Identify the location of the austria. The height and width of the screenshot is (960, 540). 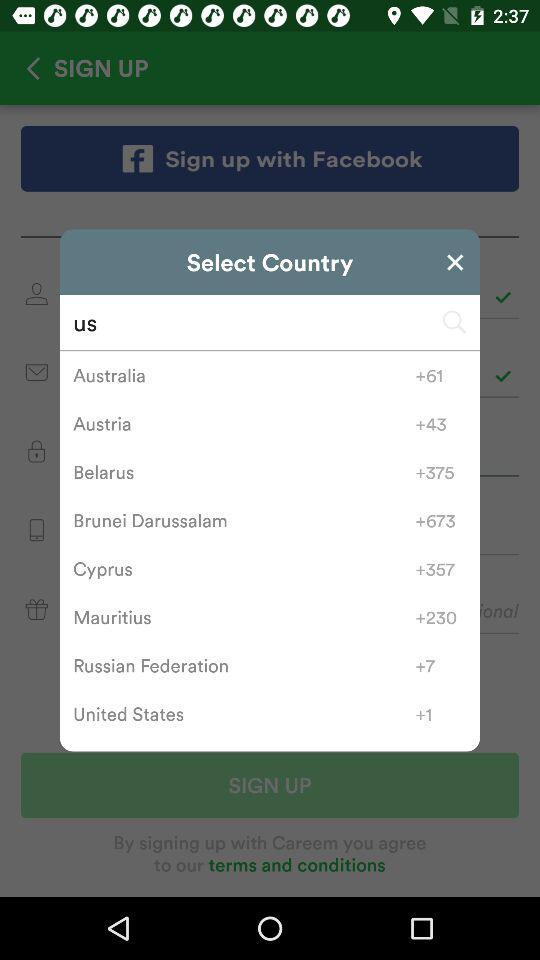
(244, 423).